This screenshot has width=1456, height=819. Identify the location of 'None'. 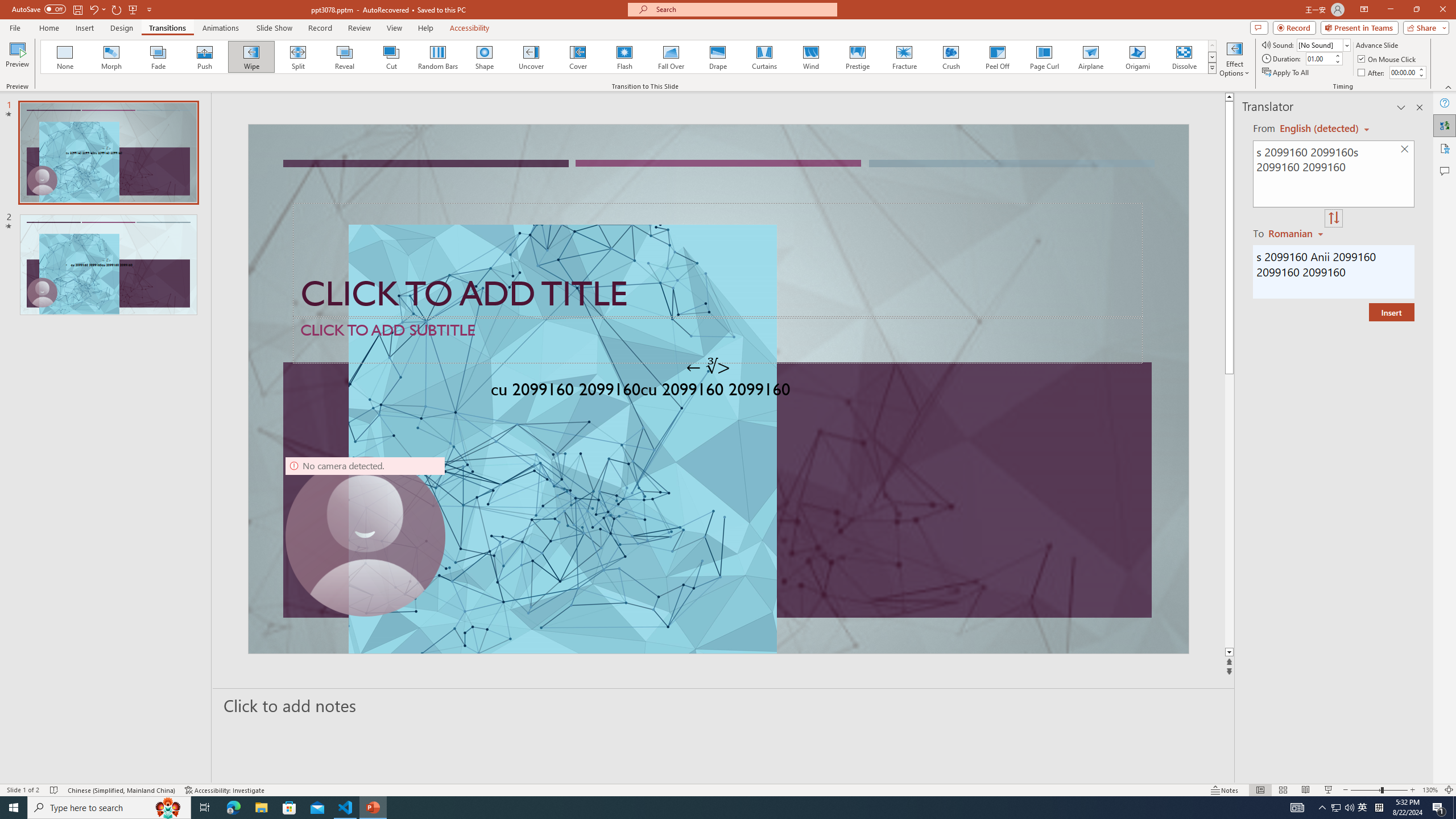
(65, 56).